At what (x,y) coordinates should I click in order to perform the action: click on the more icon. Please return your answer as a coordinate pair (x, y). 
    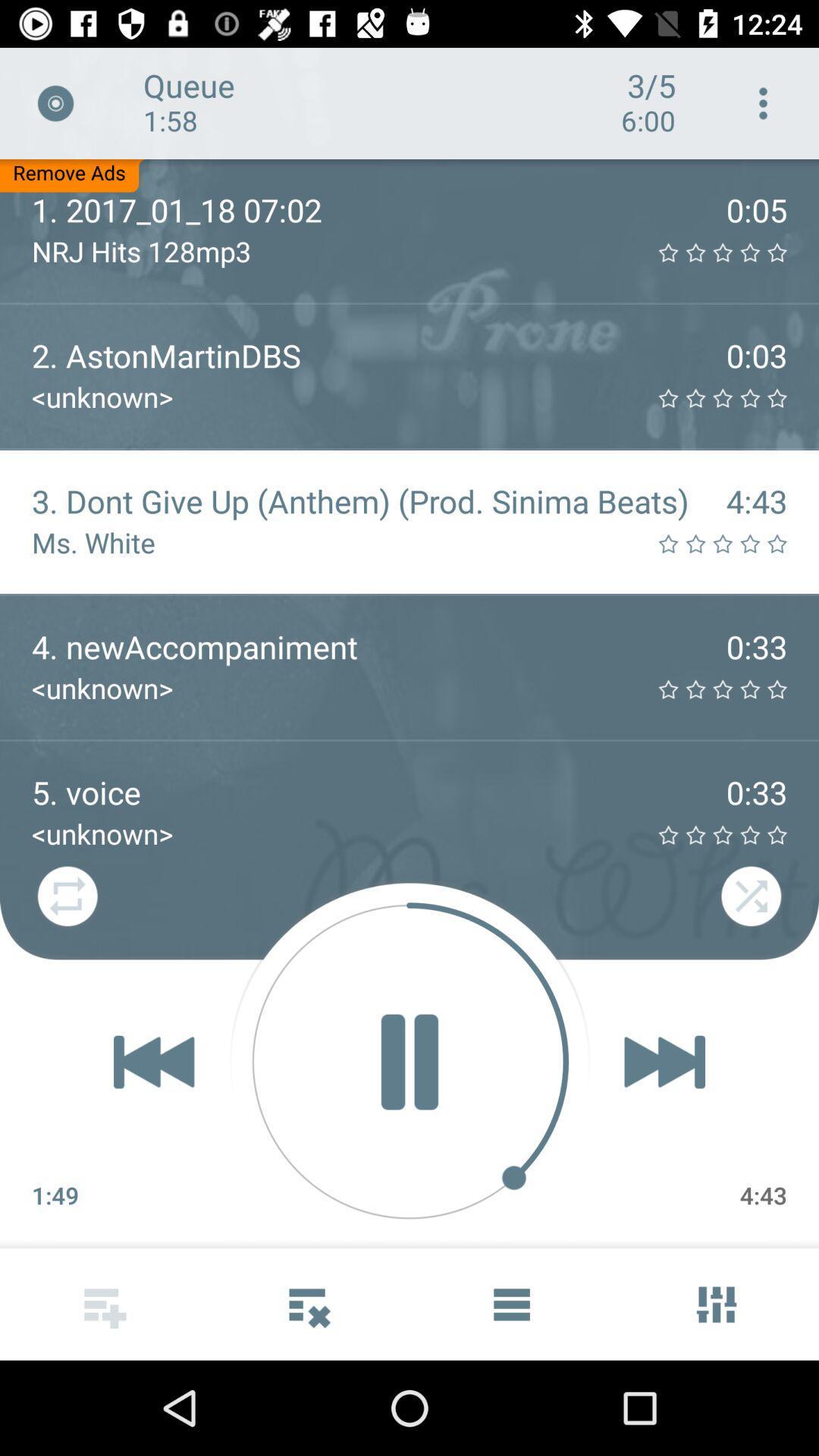
    Looking at the image, I should click on (763, 102).